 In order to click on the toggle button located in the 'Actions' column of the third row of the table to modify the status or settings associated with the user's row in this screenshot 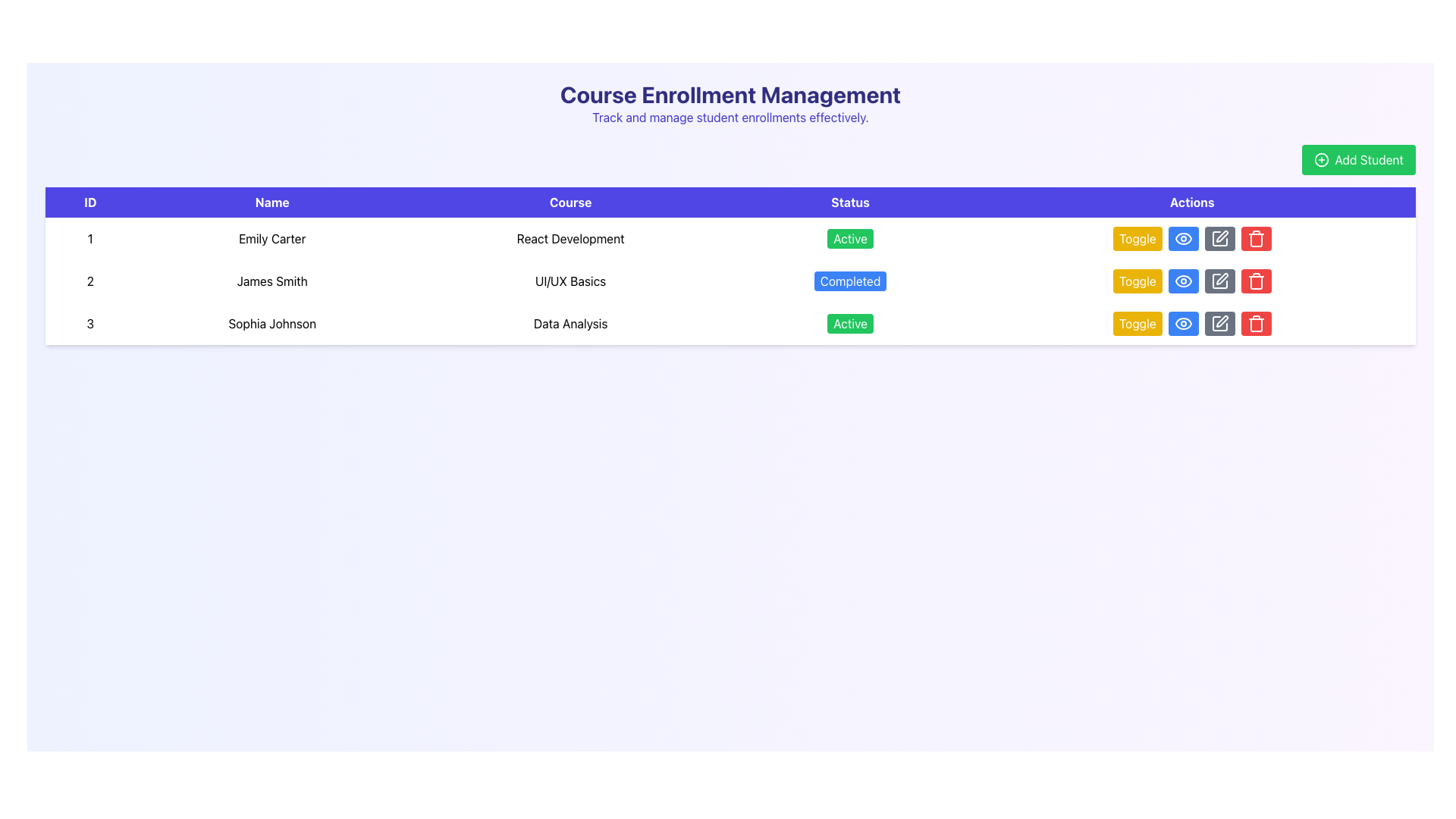, I will do `click(1137, 323)`.